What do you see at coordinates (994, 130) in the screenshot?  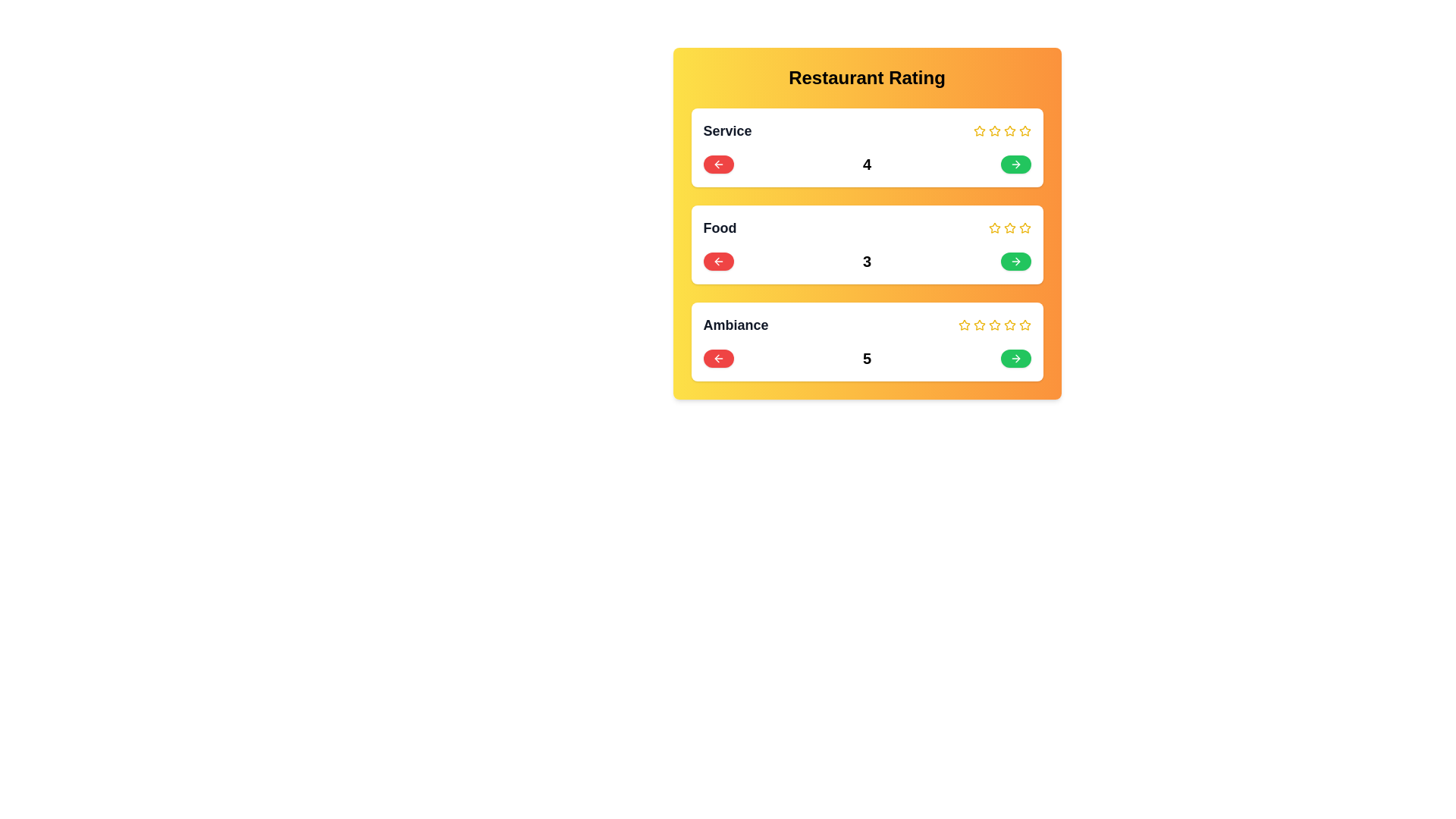 I see `the first star in the rating section` at bounding box center [994, 130].